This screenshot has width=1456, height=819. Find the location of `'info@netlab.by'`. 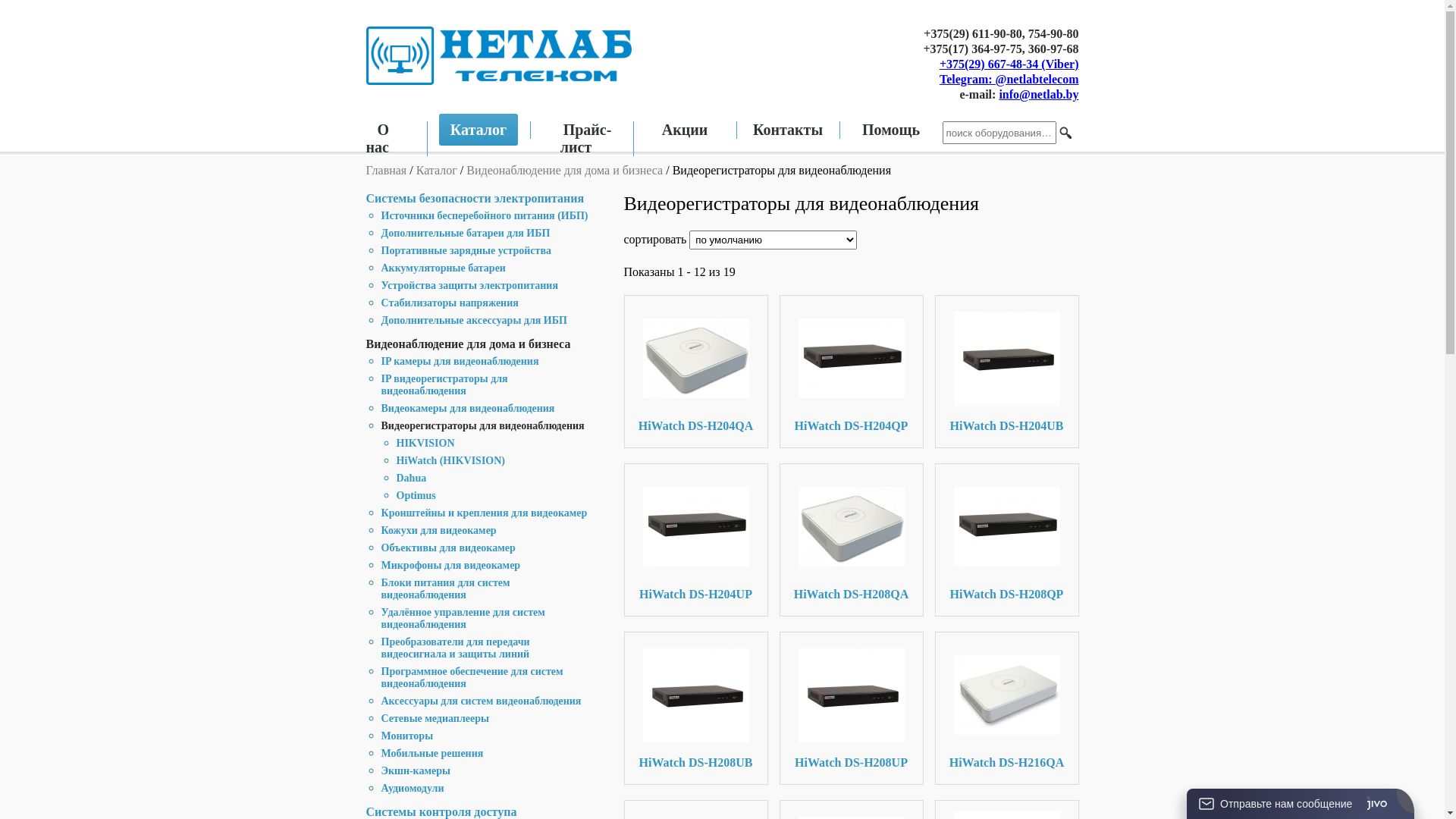

'info@netlab.by' is located at coordinates (1037, 94).